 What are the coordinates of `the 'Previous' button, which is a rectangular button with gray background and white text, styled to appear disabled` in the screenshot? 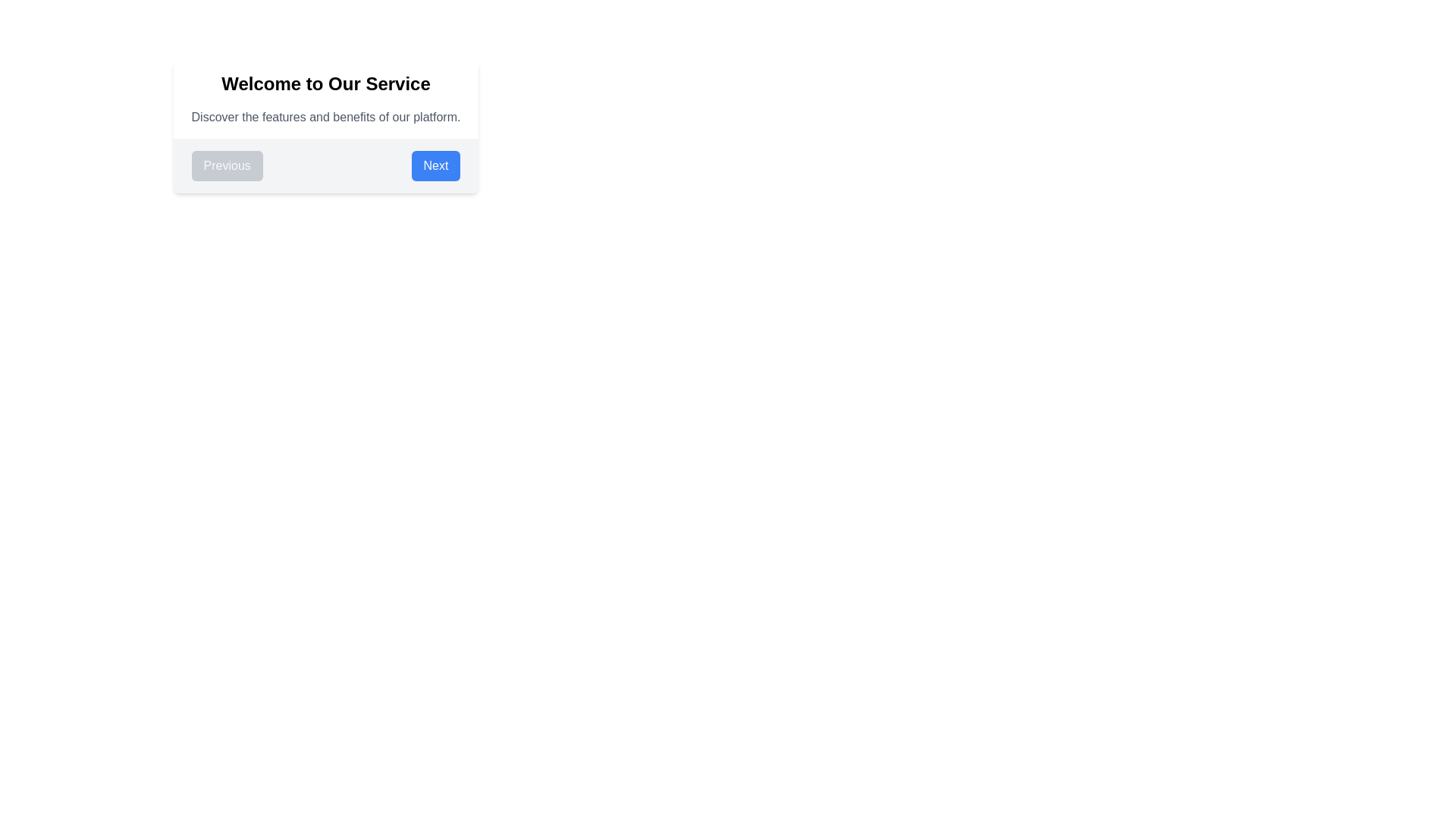 It's located at (226, 166).